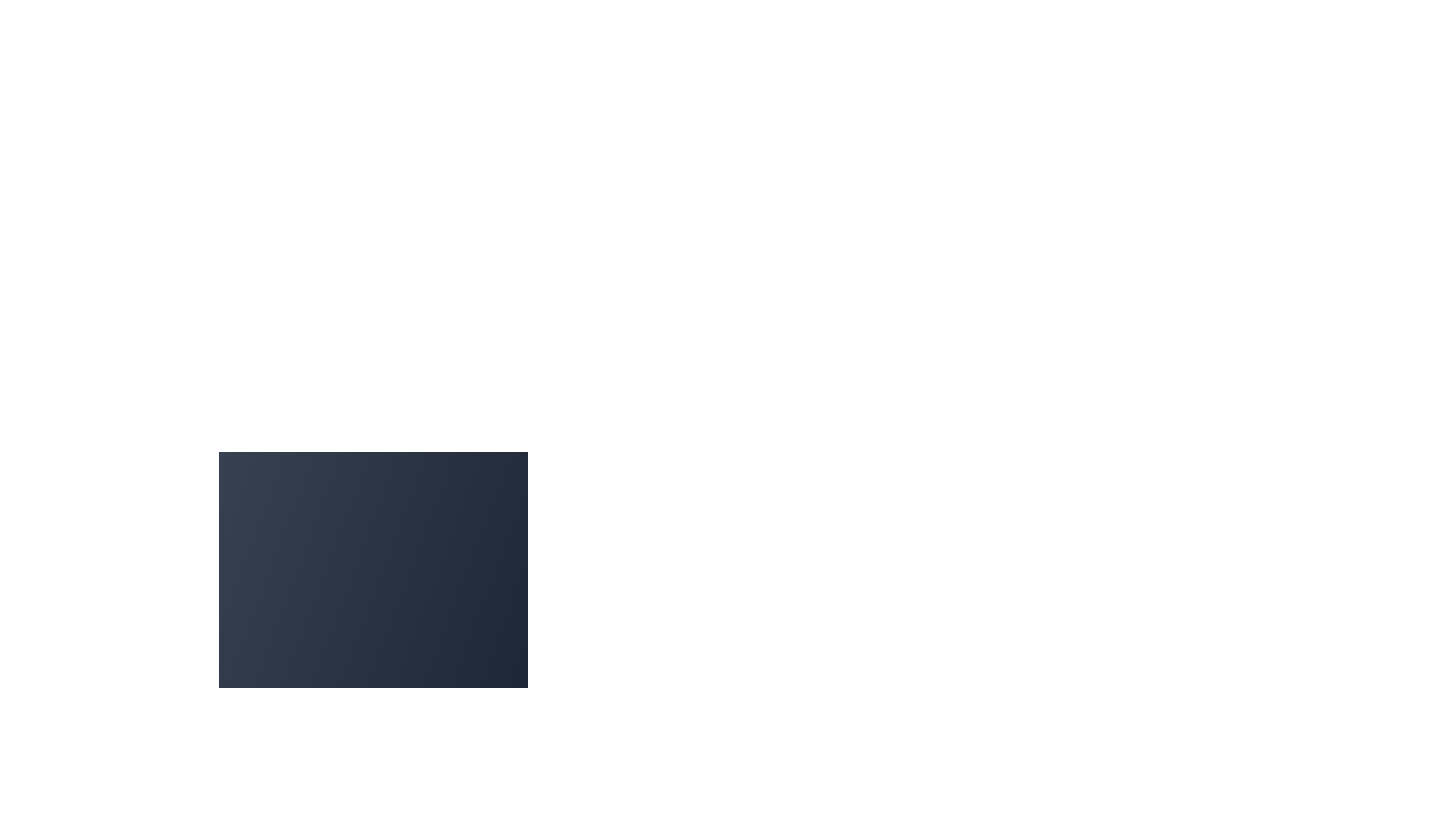  Describe the element at coordinates (262, 747) in the screenshot. I see `the alert icon of type success` at that location.